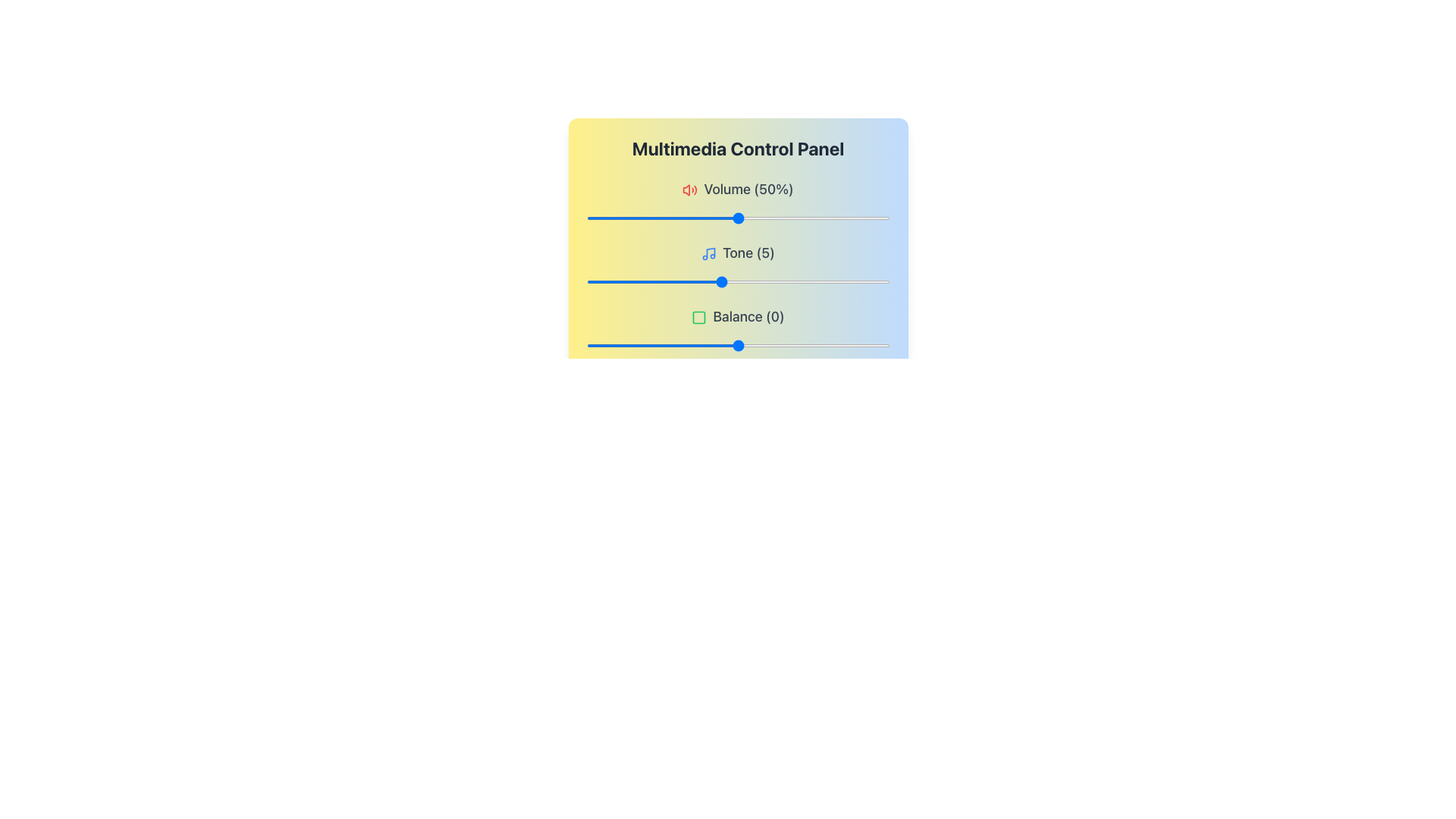  Describe the element at coordinates (689, 190) in the screenshot. I see `the volume icon located to the far left of the 'Volume (50%)' text in the multimedia control panel interface` at that location.